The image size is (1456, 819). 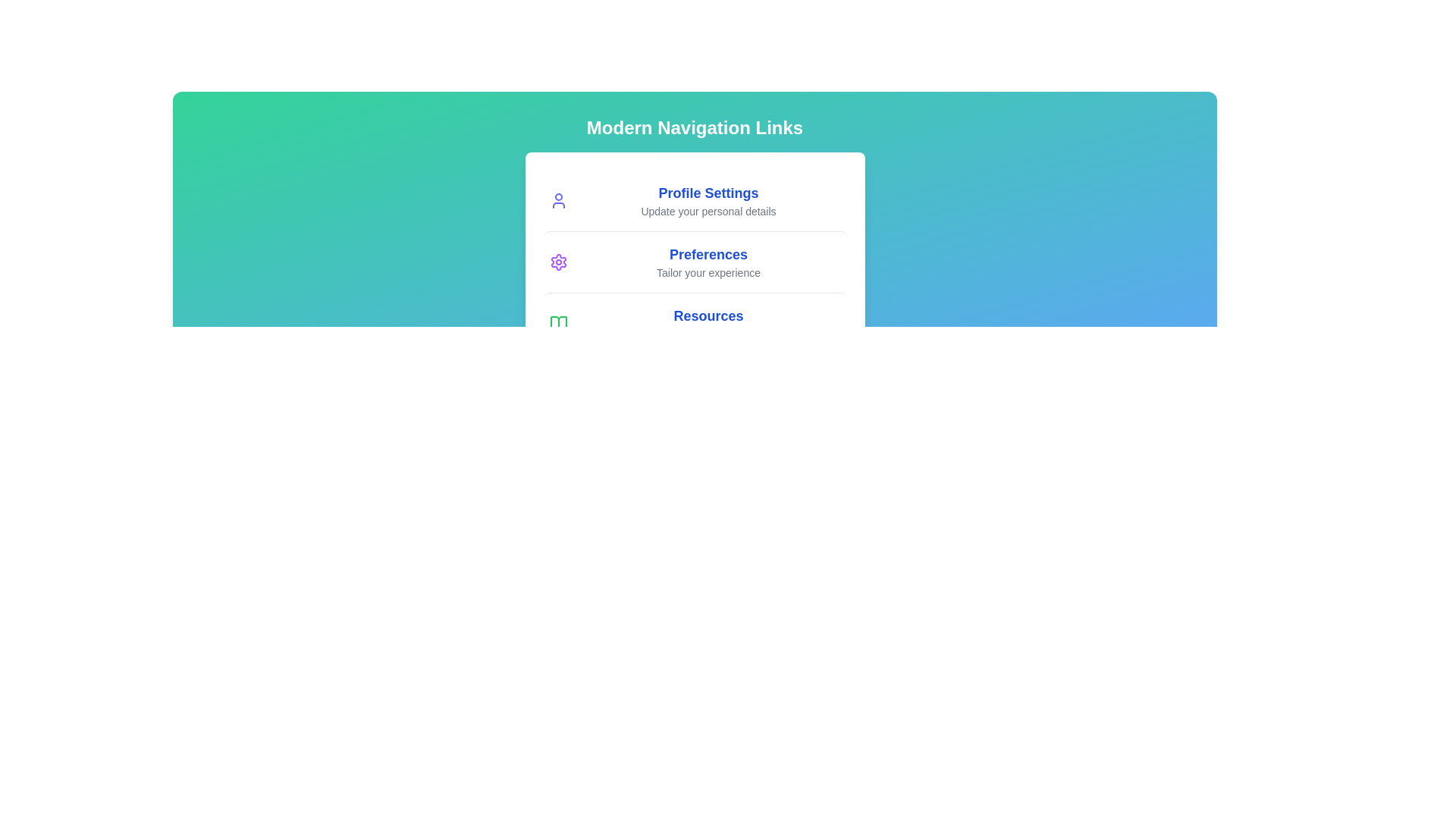 What do you see at coordinates (694, 262) in the screenshot?
I see `the navigational link button located beneath 'Profile Settings' and above 'Resources' within the centered white box styled section of the 'Modern Navigation Links'` at bounding box center [694, 262].